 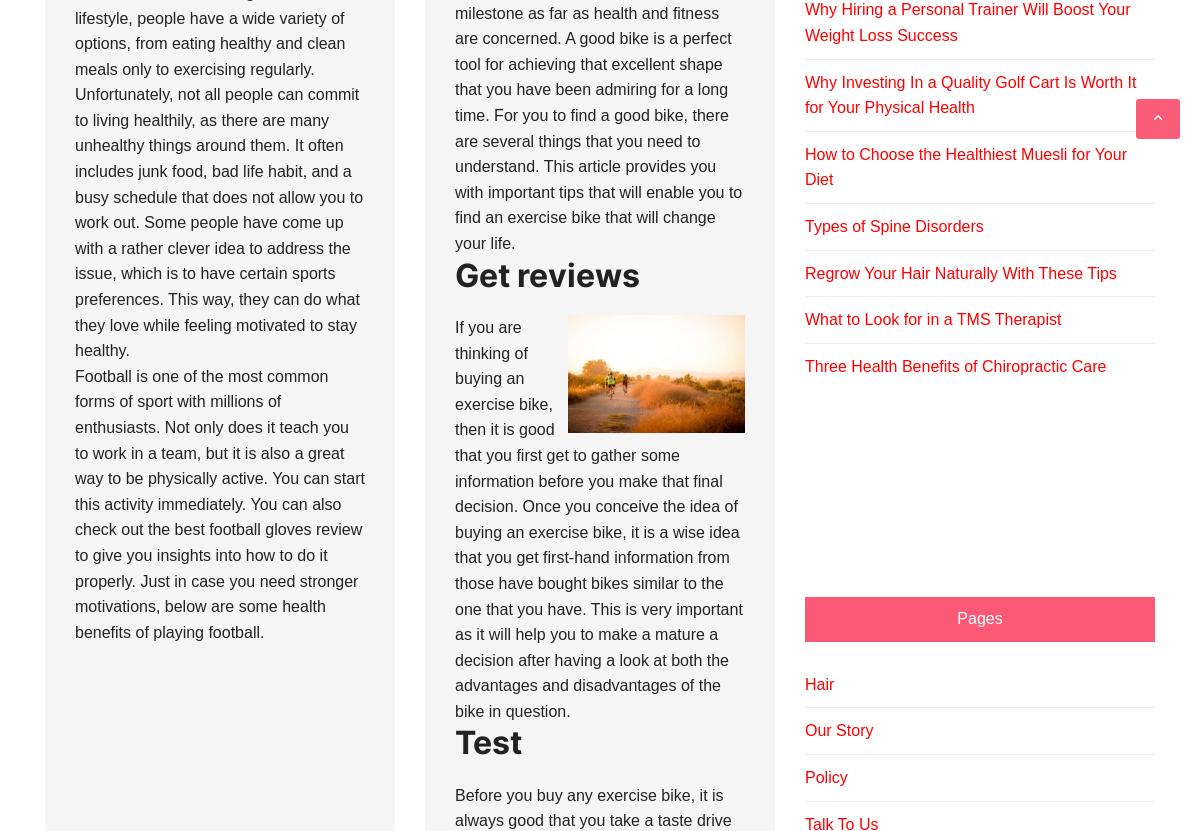 What do you see at coordinates (979, 616) in the screenshot?
I see `'Pages'` at bounding box center [979, 616].